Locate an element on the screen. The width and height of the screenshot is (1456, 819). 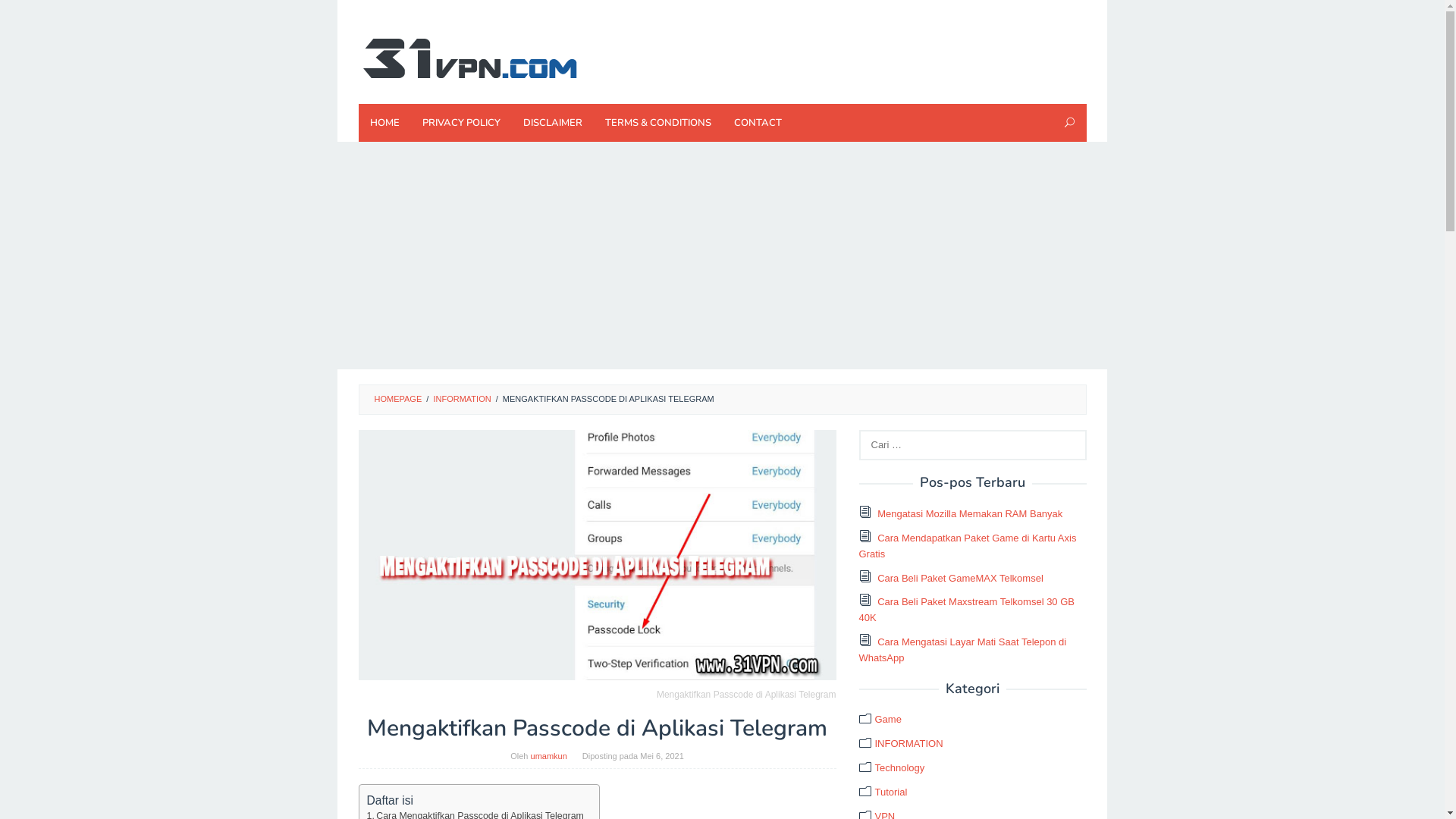
'umamkun' is located at coordinates (531, 755).